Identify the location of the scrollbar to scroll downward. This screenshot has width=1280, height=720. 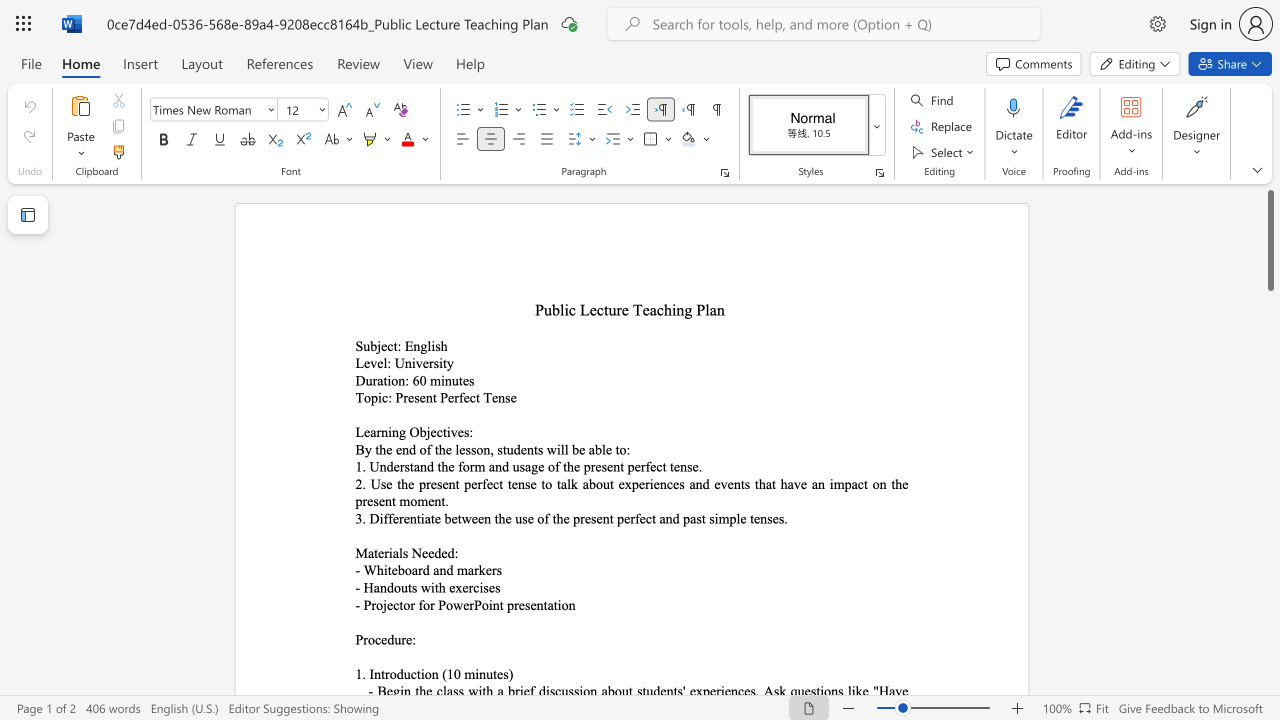
(1269, 550).